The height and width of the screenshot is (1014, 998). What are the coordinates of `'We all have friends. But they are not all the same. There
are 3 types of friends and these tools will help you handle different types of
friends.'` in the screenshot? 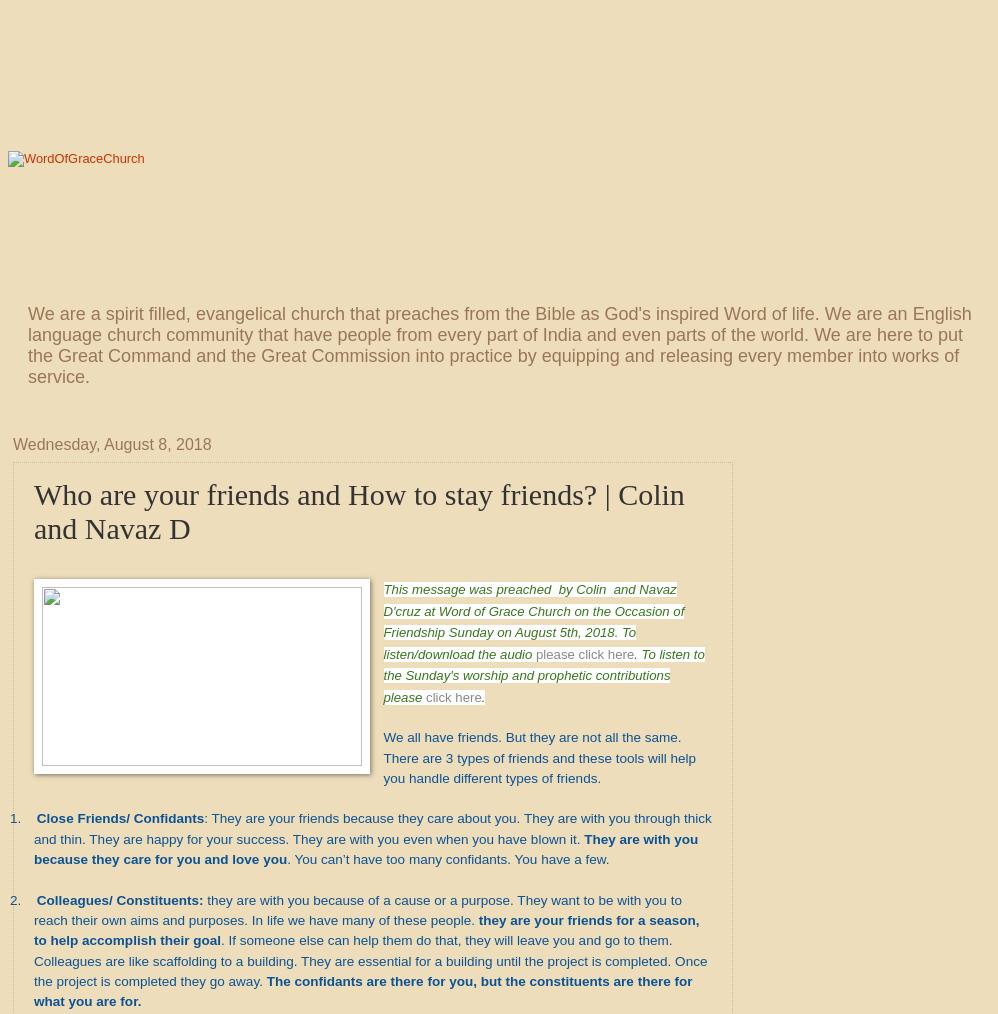 It's located at (382, 756).